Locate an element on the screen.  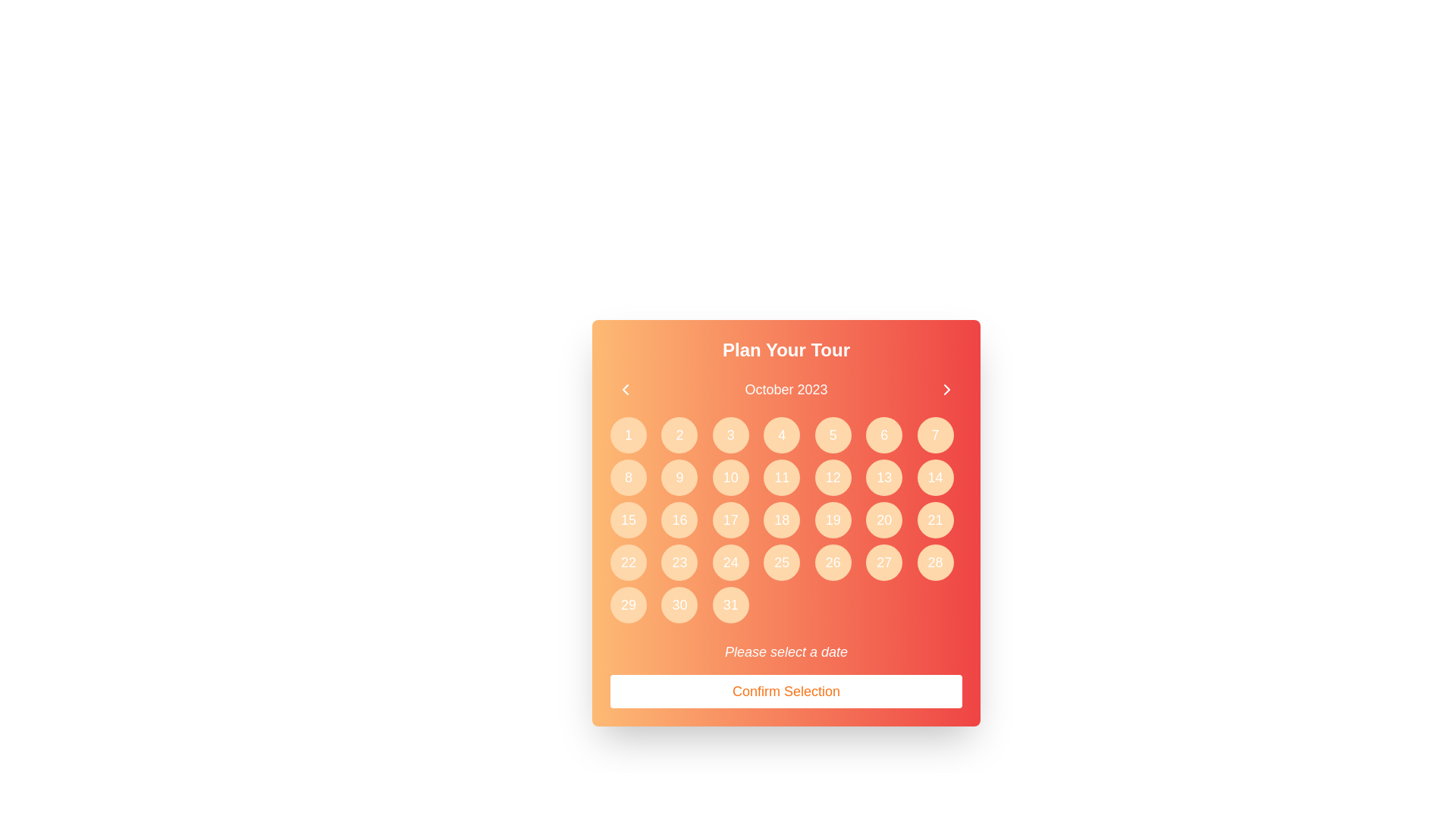
the calendar button marked '28' located is located at coordinates (934, 562).